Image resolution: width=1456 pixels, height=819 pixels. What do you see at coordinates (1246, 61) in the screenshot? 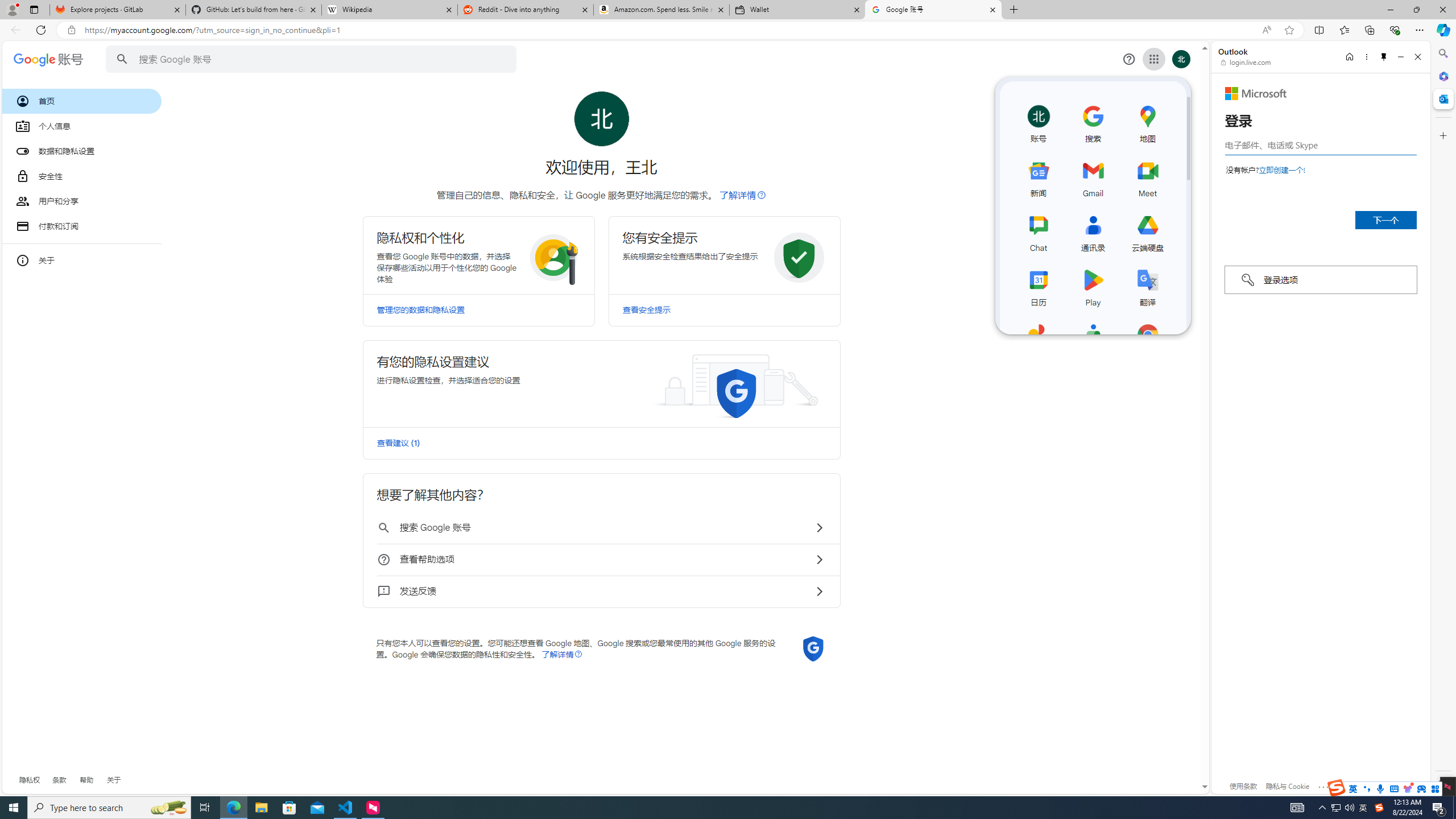
I see `'login.live.com'` at bounding box center [1246, 61].